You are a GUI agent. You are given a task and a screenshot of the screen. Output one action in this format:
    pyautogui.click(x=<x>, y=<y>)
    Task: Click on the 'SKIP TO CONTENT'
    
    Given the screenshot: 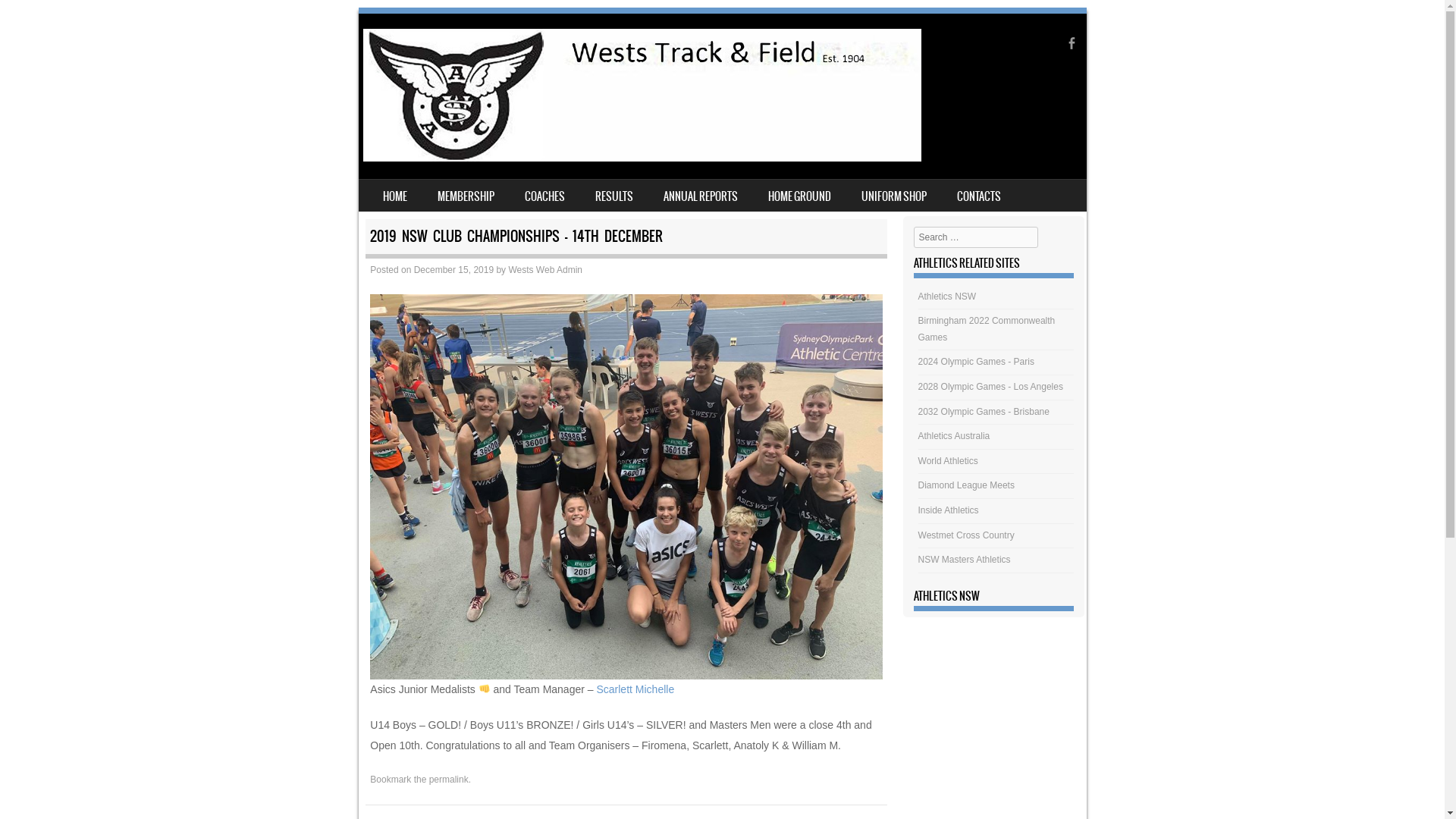 What is the action you would take?
    pyautogui.click(x=356, y=189)
    